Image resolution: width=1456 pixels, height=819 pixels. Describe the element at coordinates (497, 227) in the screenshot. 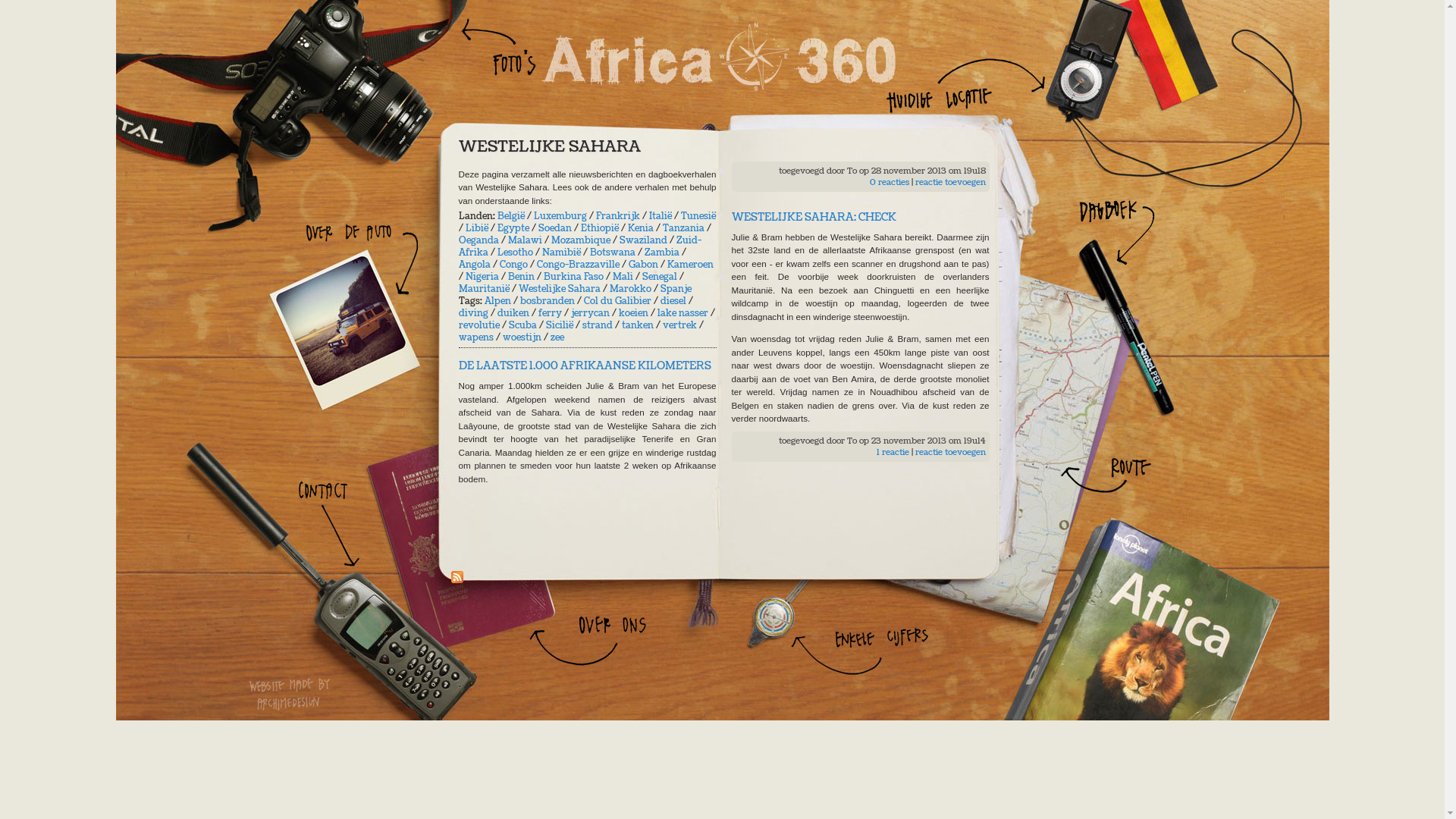

I see `'Egypte'` at that location.